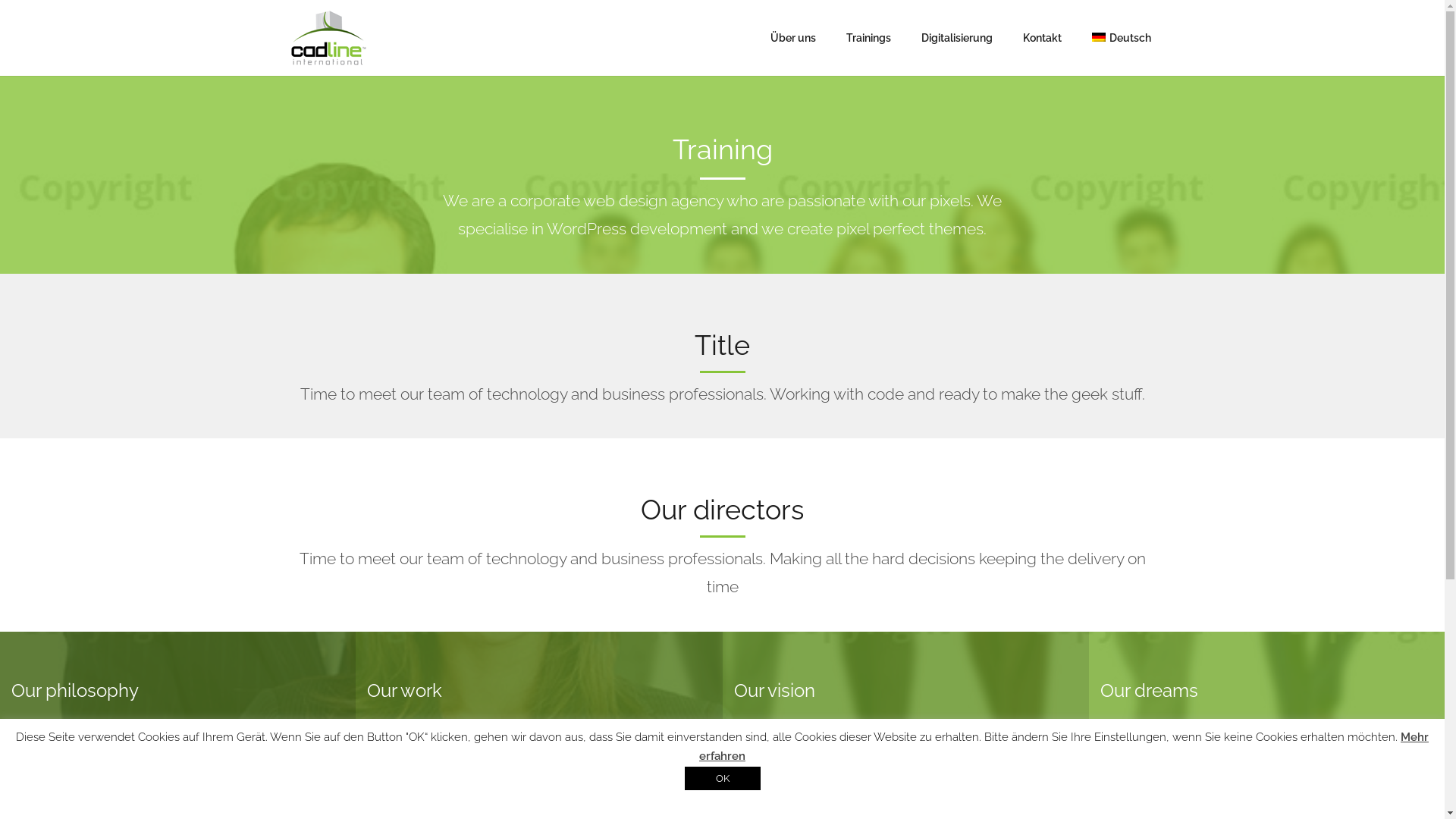 The image size is (1456, 819). I want to click on 'Kontakt', so click(1041, 37).